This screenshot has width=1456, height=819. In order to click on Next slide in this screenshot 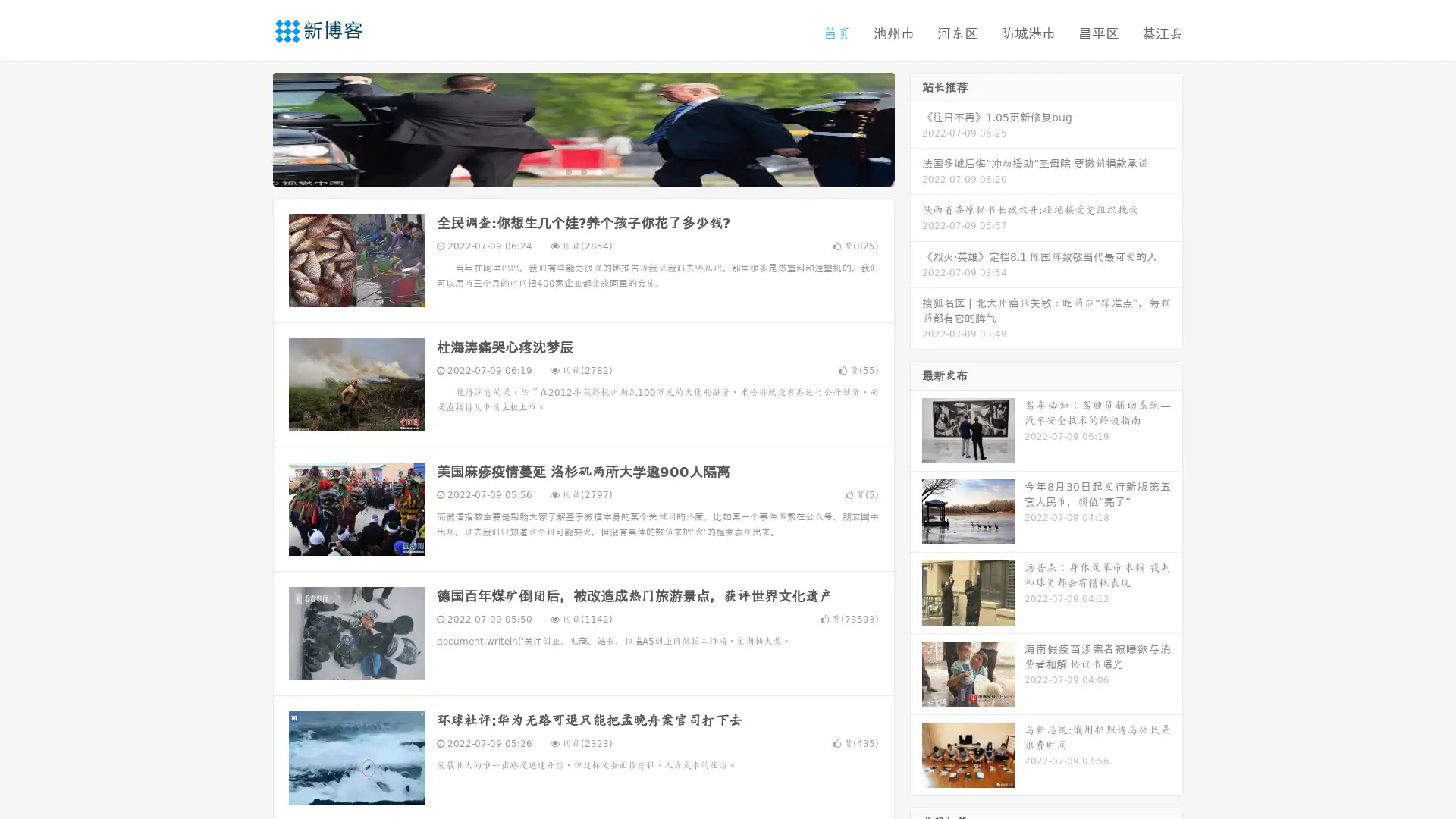, I will do `click(916, 127)`.